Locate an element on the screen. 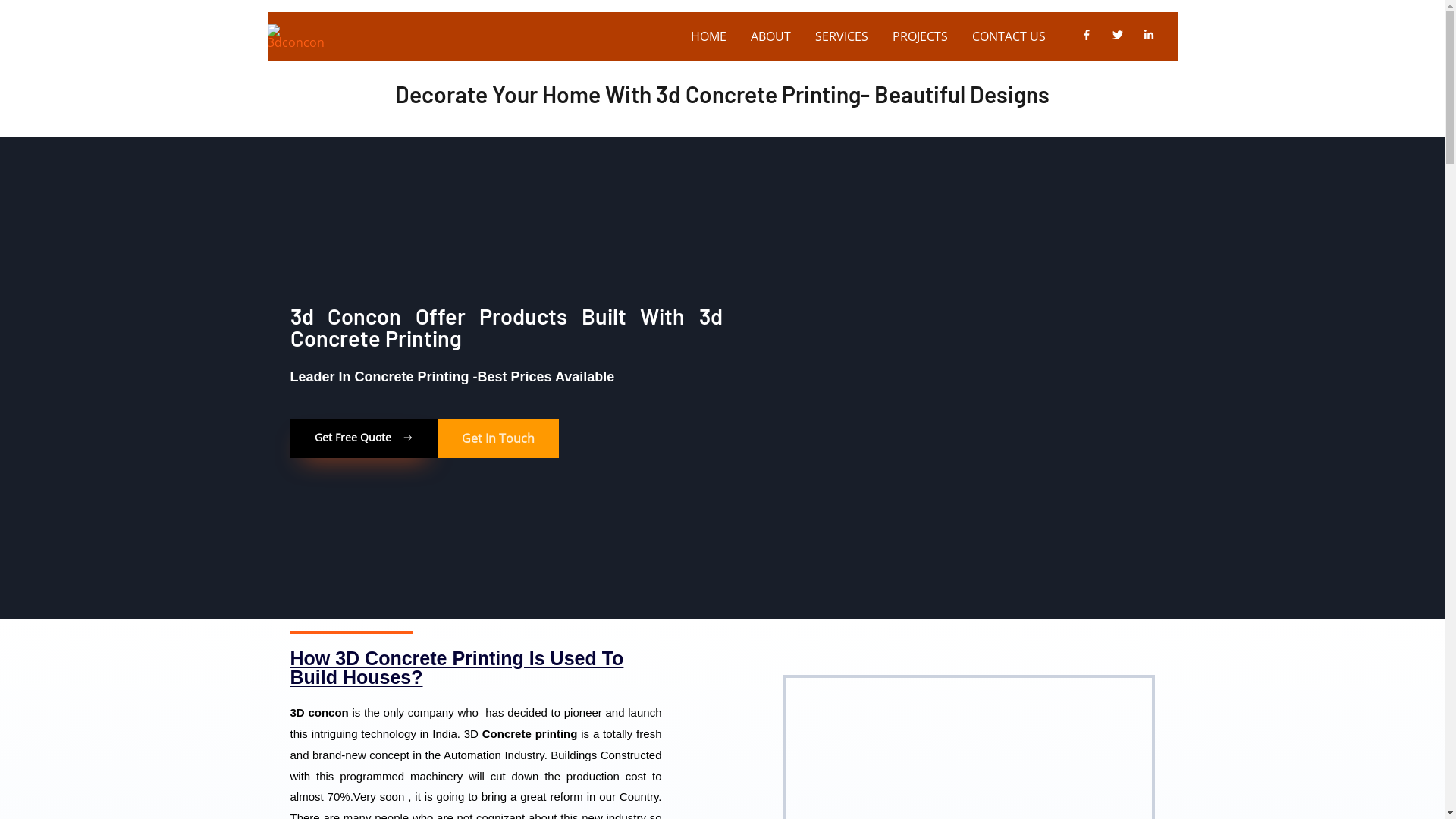  'Get In Touch' is located at coordinates (497, 438).